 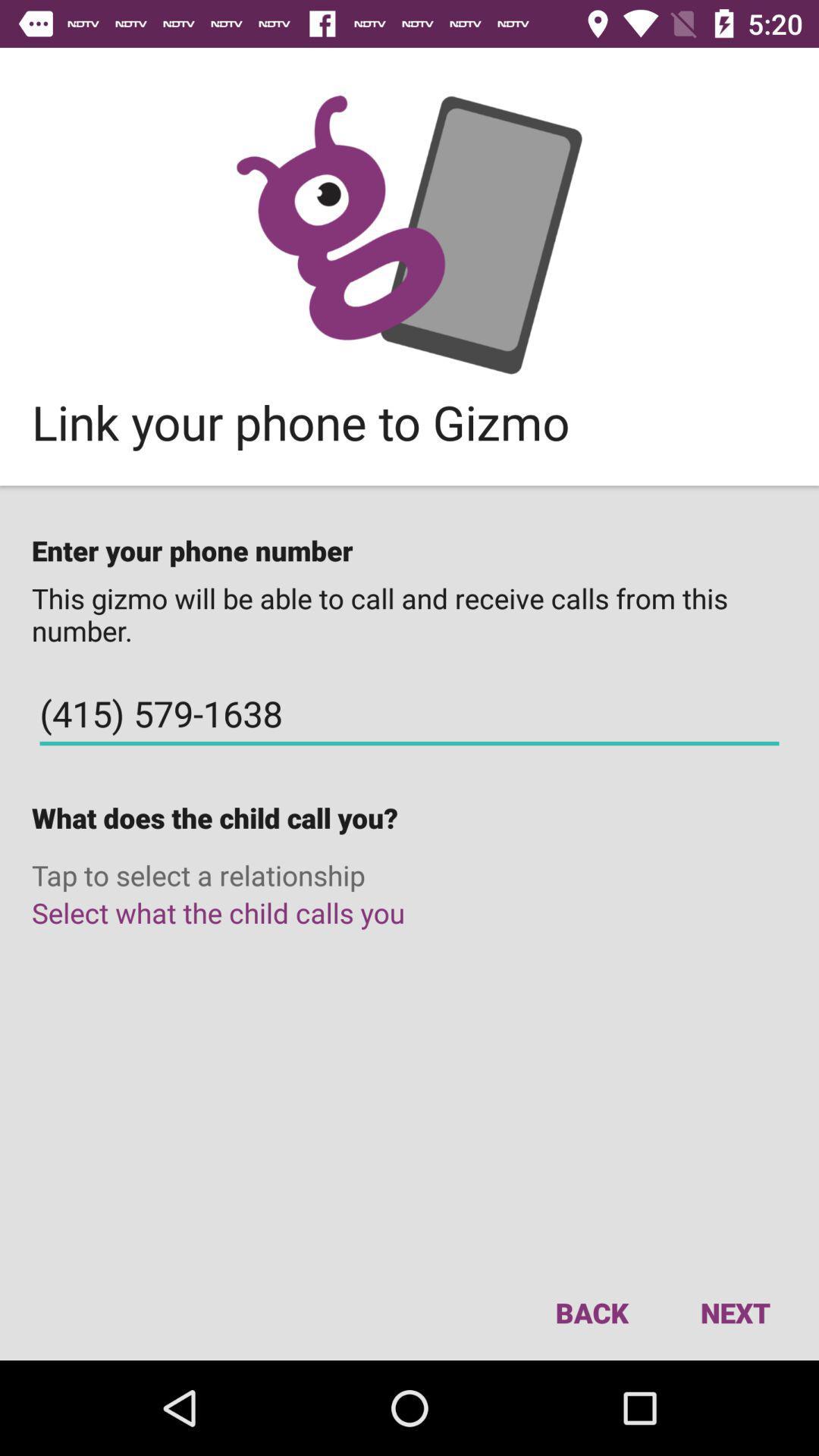 I want to click on next item, so click(x=734, y=1312).